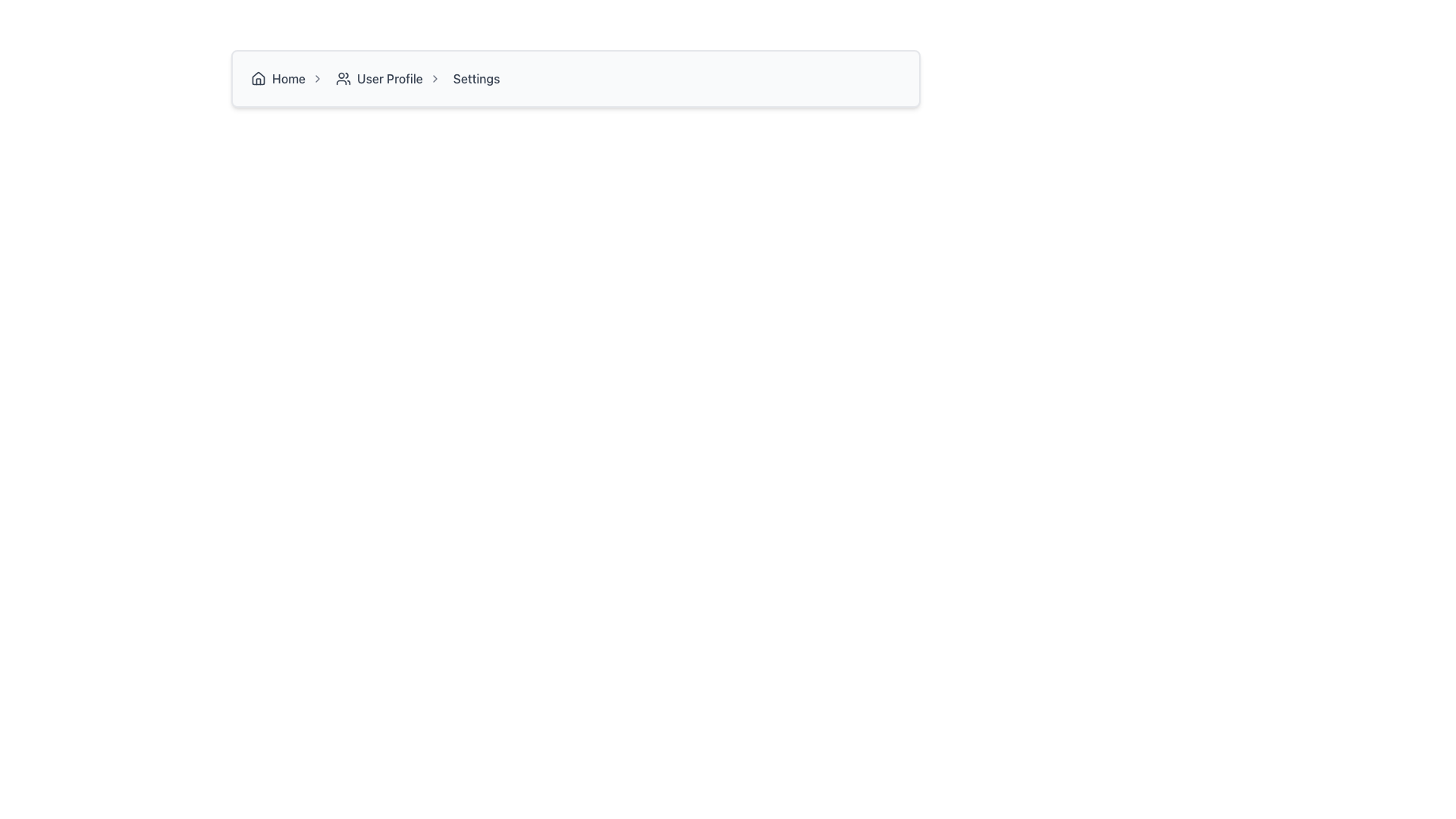  Describe the element at coordinates (258, 79) in the screenshot. I see `the house icon in the breadcrumb navigation bar` at that location.